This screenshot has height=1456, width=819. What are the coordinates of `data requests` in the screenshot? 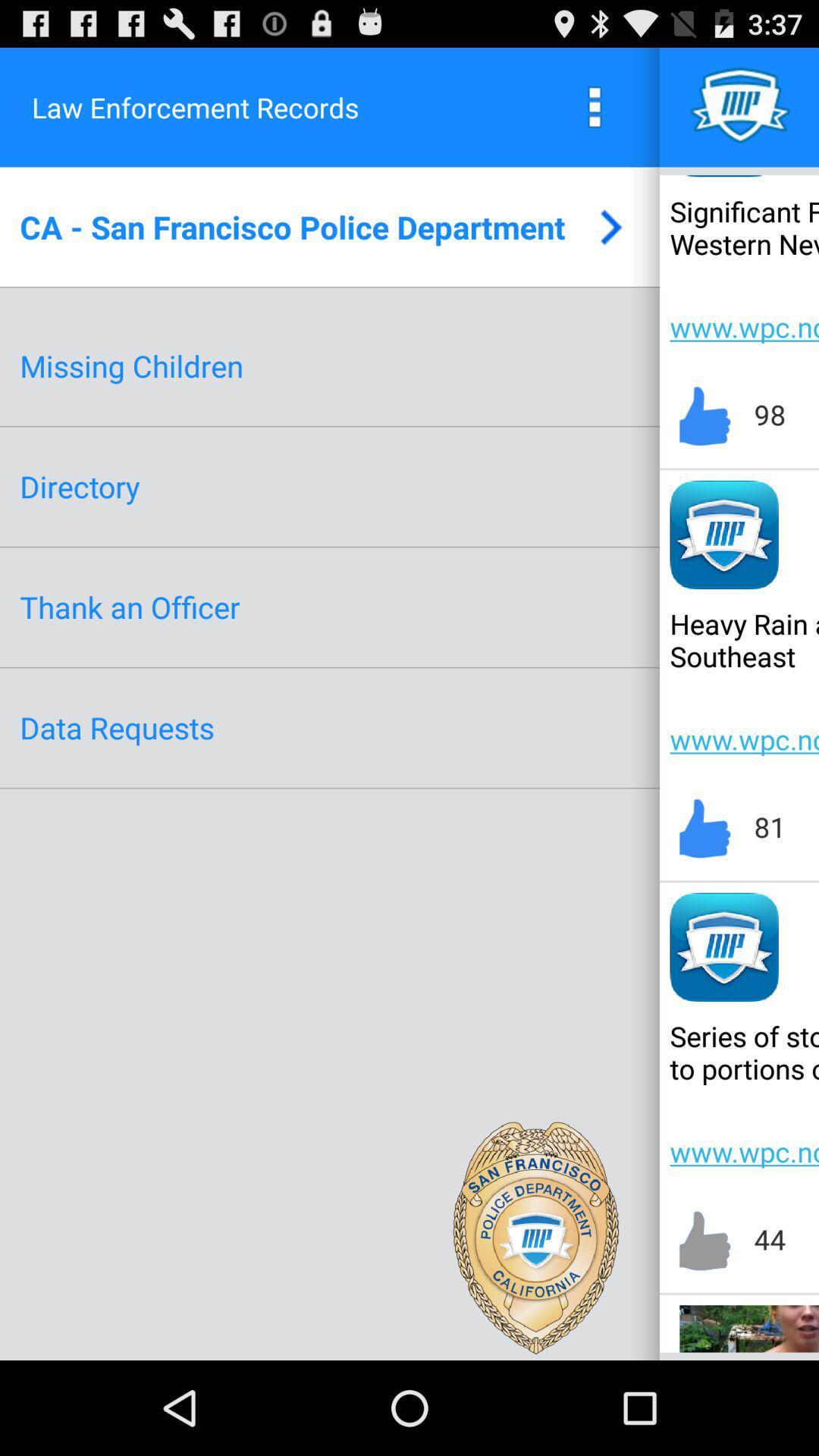 It's located at (116, 726).